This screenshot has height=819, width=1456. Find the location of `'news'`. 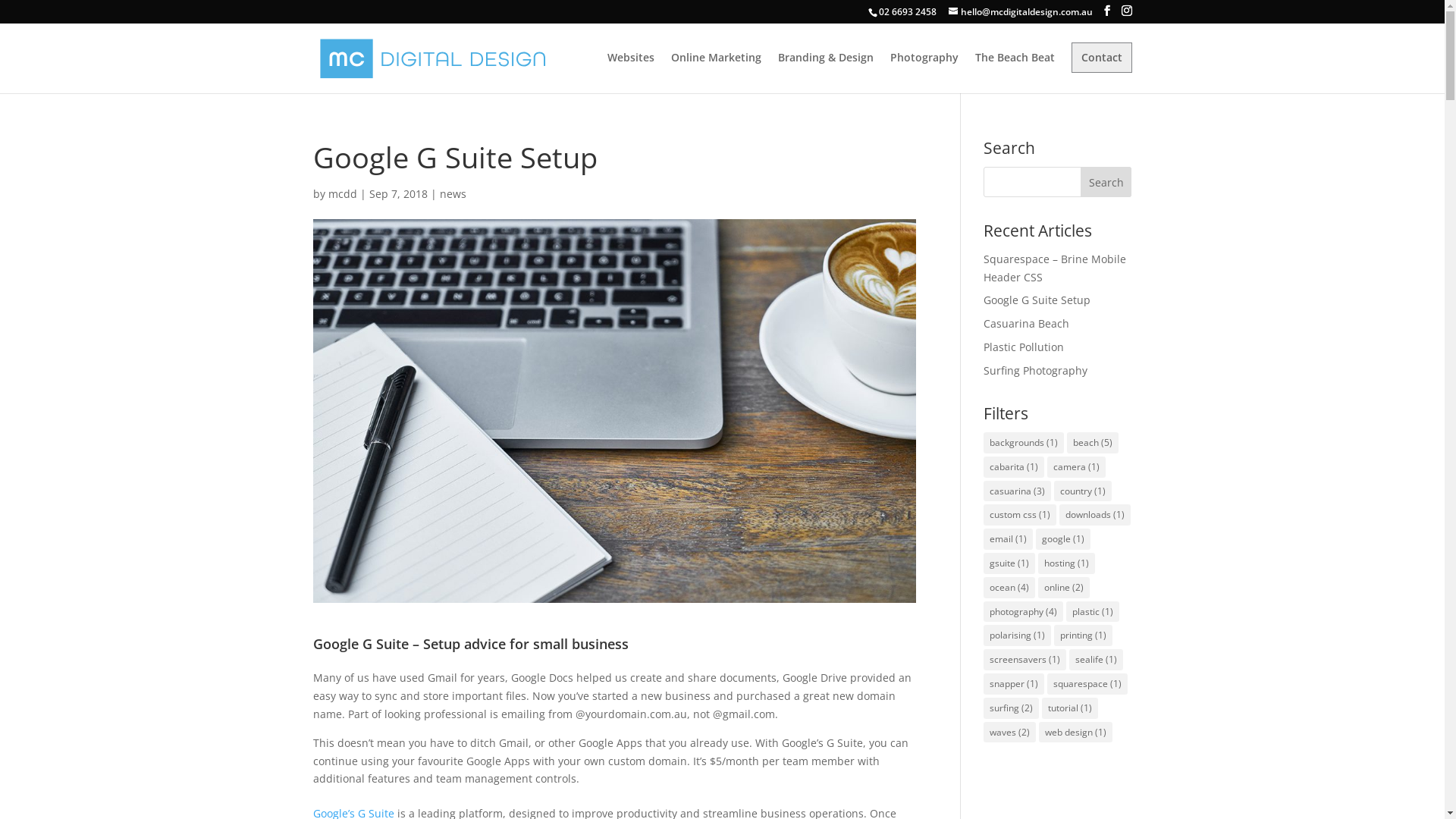

'news' is located at coordinates (452, 193).